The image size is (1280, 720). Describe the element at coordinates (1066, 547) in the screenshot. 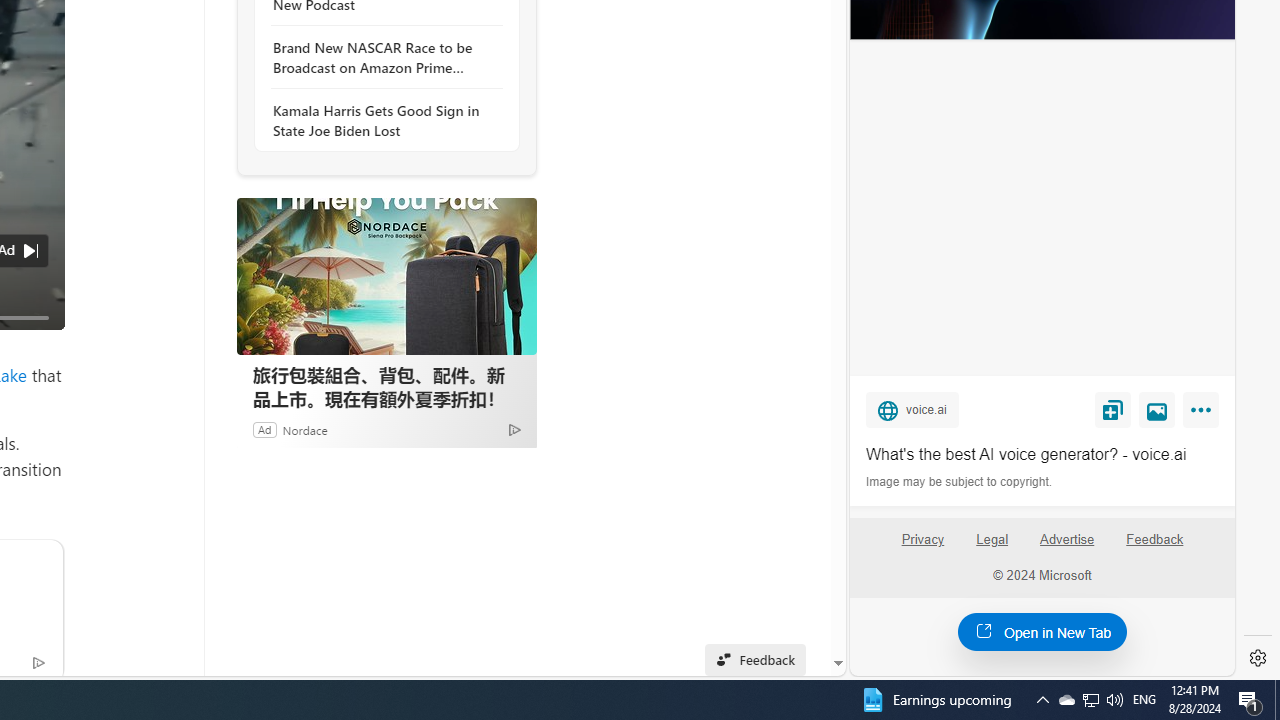

I see `'Advertise'` at that location.